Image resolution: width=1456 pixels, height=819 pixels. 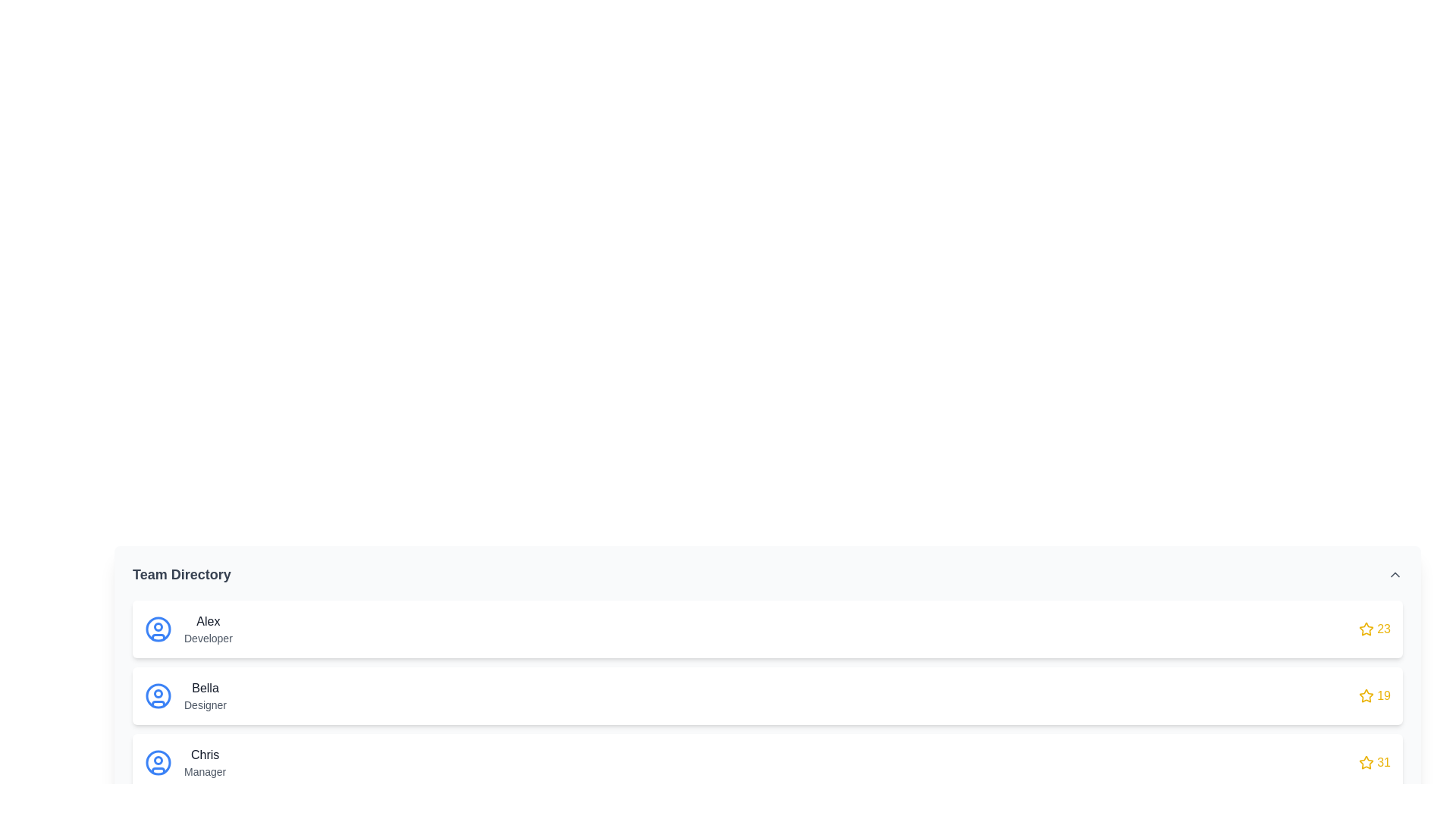 I want to click on static text label that indicates the designation of the individual associated with the name 'Bella', which is located directly below 'Bella' in the second card of the vertical list in the team directory, so click(x=205, y=704).